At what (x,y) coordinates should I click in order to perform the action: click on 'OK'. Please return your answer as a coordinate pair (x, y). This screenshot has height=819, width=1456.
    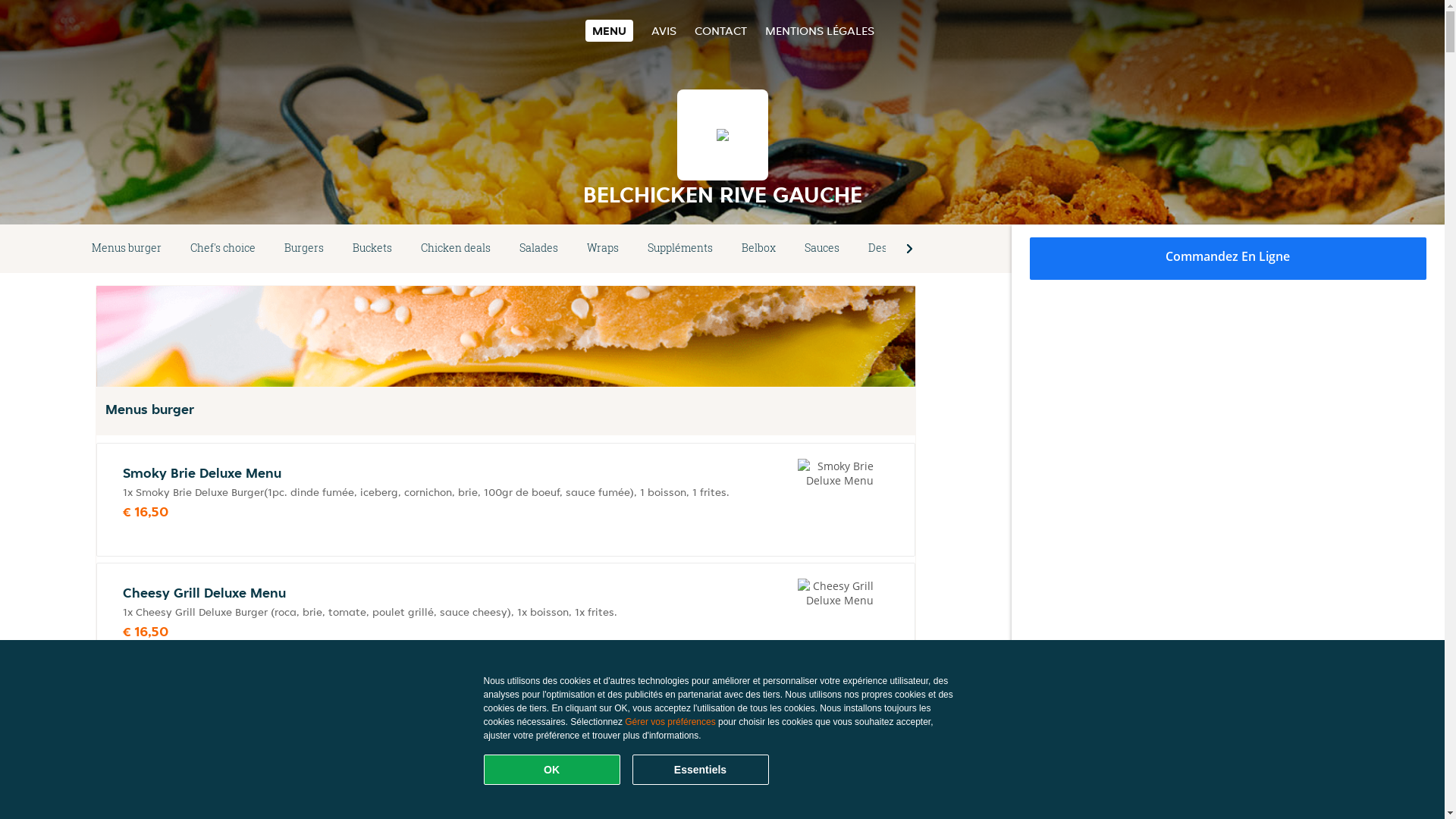
    Looking at the image, I should click on (551, 769).